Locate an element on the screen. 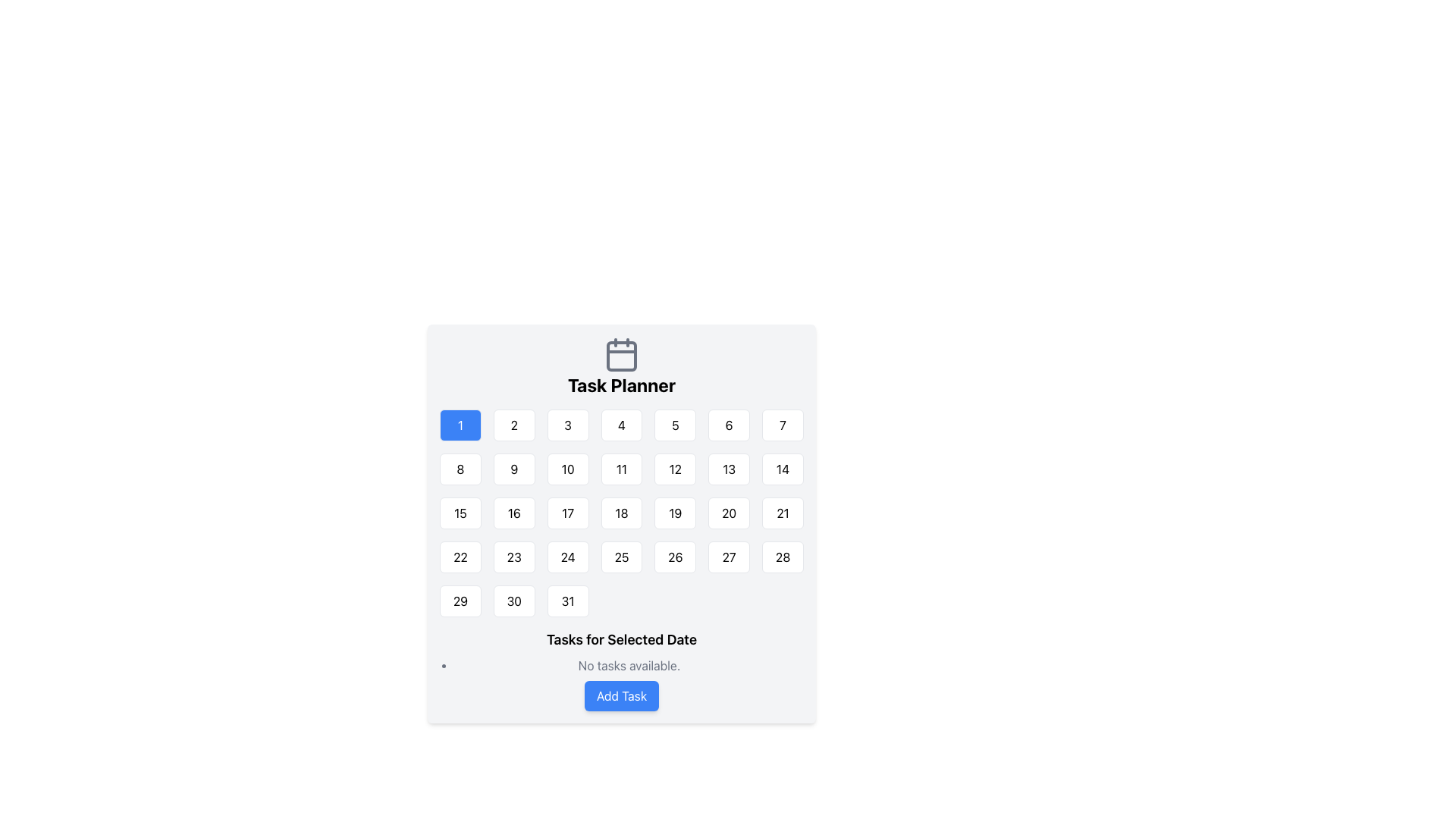 The width and height of the screenshot is (1456, 819). the button displaying the number '4' is located at coordinates (622, 425).